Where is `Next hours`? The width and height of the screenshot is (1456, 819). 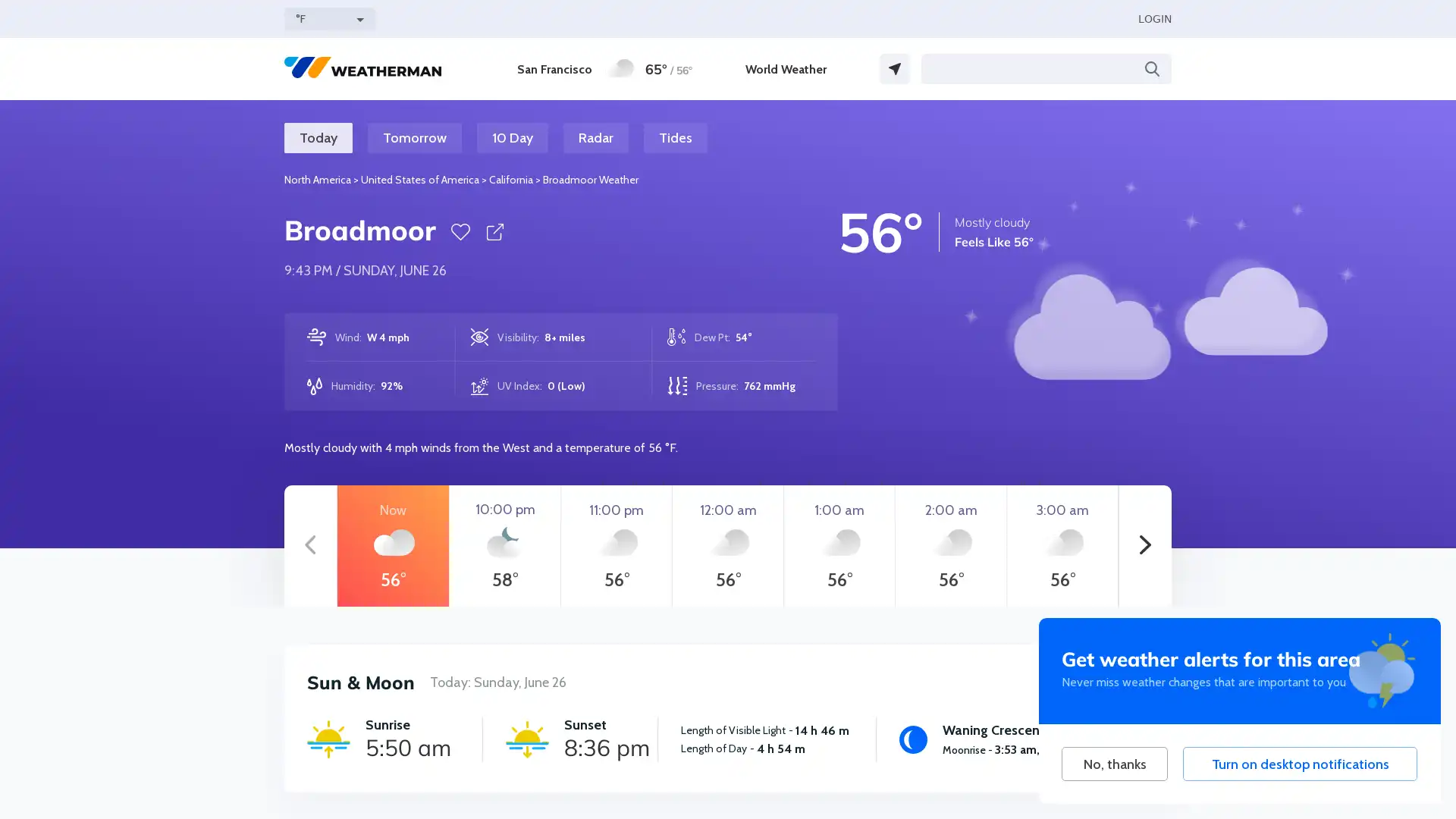 Next hours is located at coordinates (1145, 546).